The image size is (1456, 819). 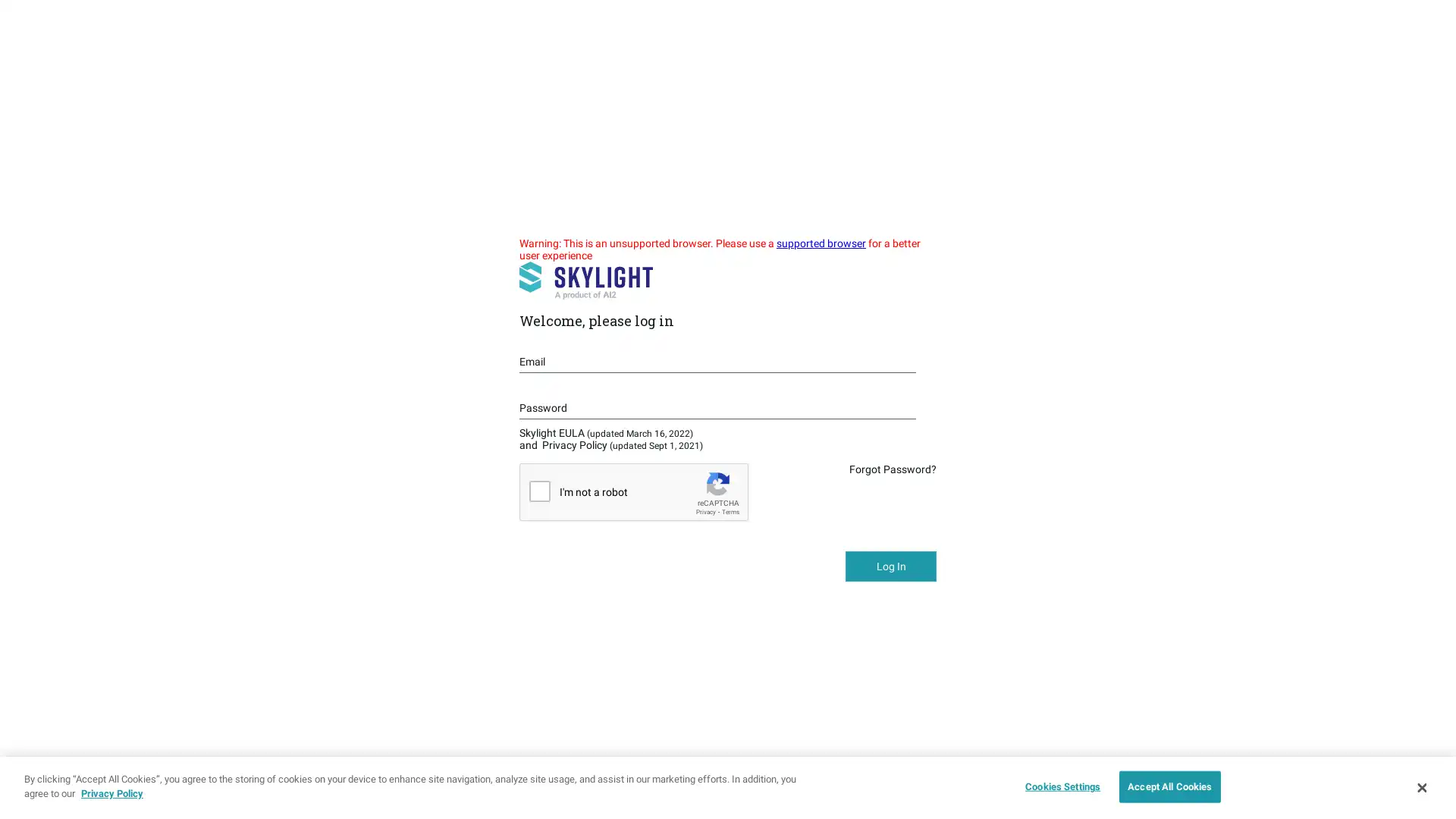 What do you see at coordinates (1169, 786) in the screenshot?
I see `Accept All Cookies` at bounding box center [1169, 786].